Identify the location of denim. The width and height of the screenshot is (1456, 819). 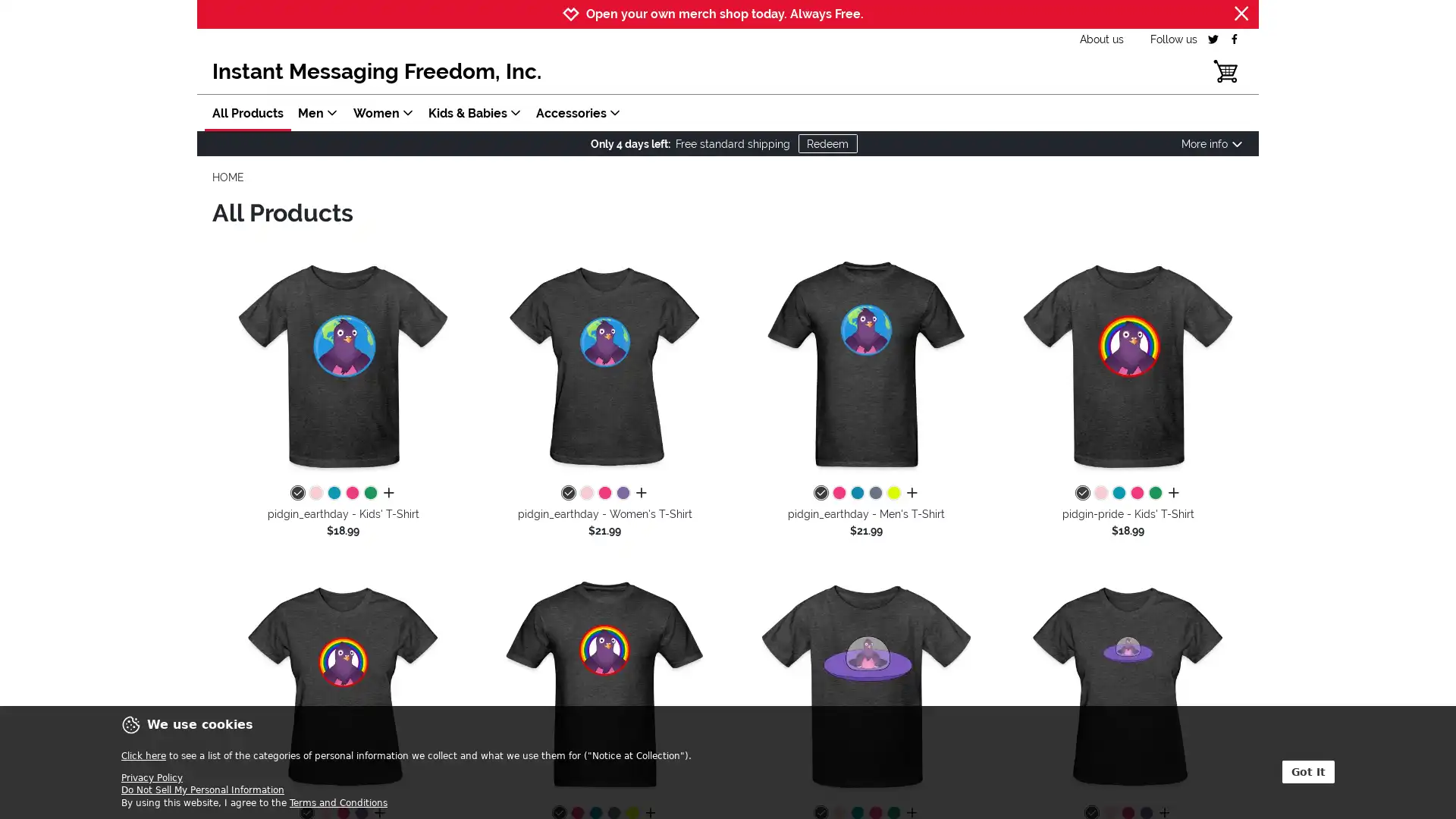
(874, 494).